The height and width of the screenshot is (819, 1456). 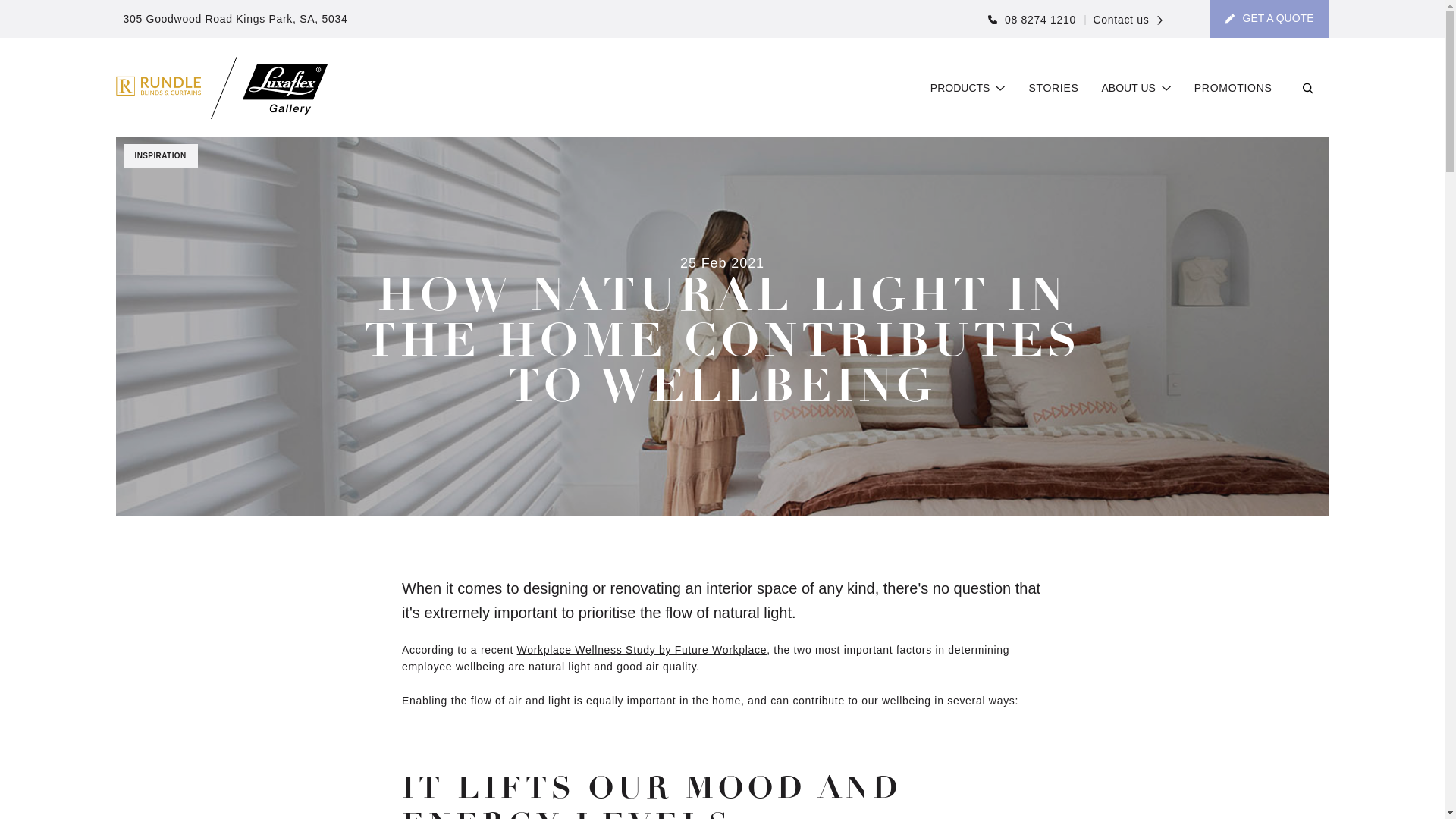 I want to click on 'STORIES', so click(x=1028, y=88).